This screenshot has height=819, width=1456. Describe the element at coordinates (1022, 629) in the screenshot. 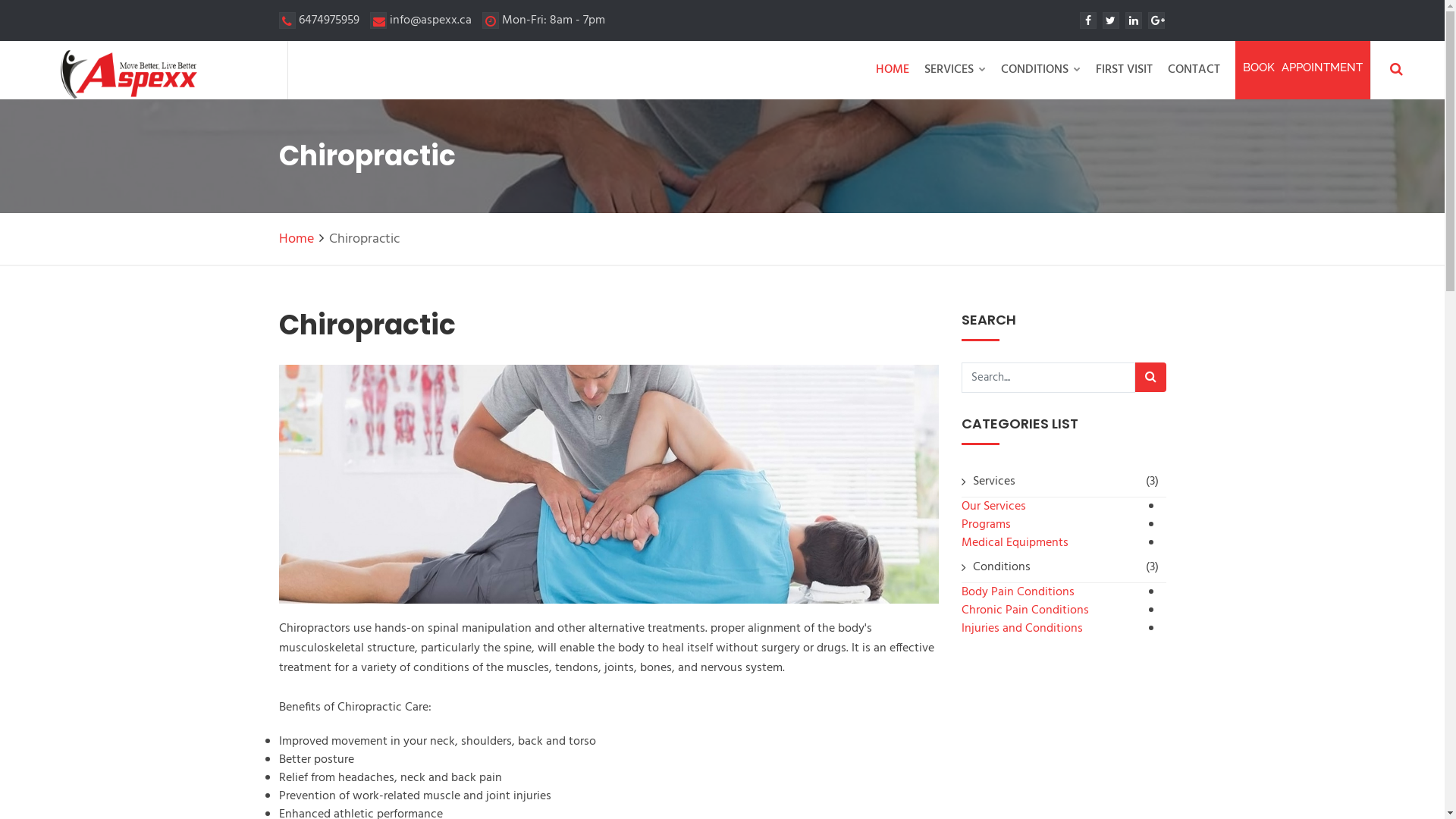

I see `'Injuries and Conditions'` at that location.